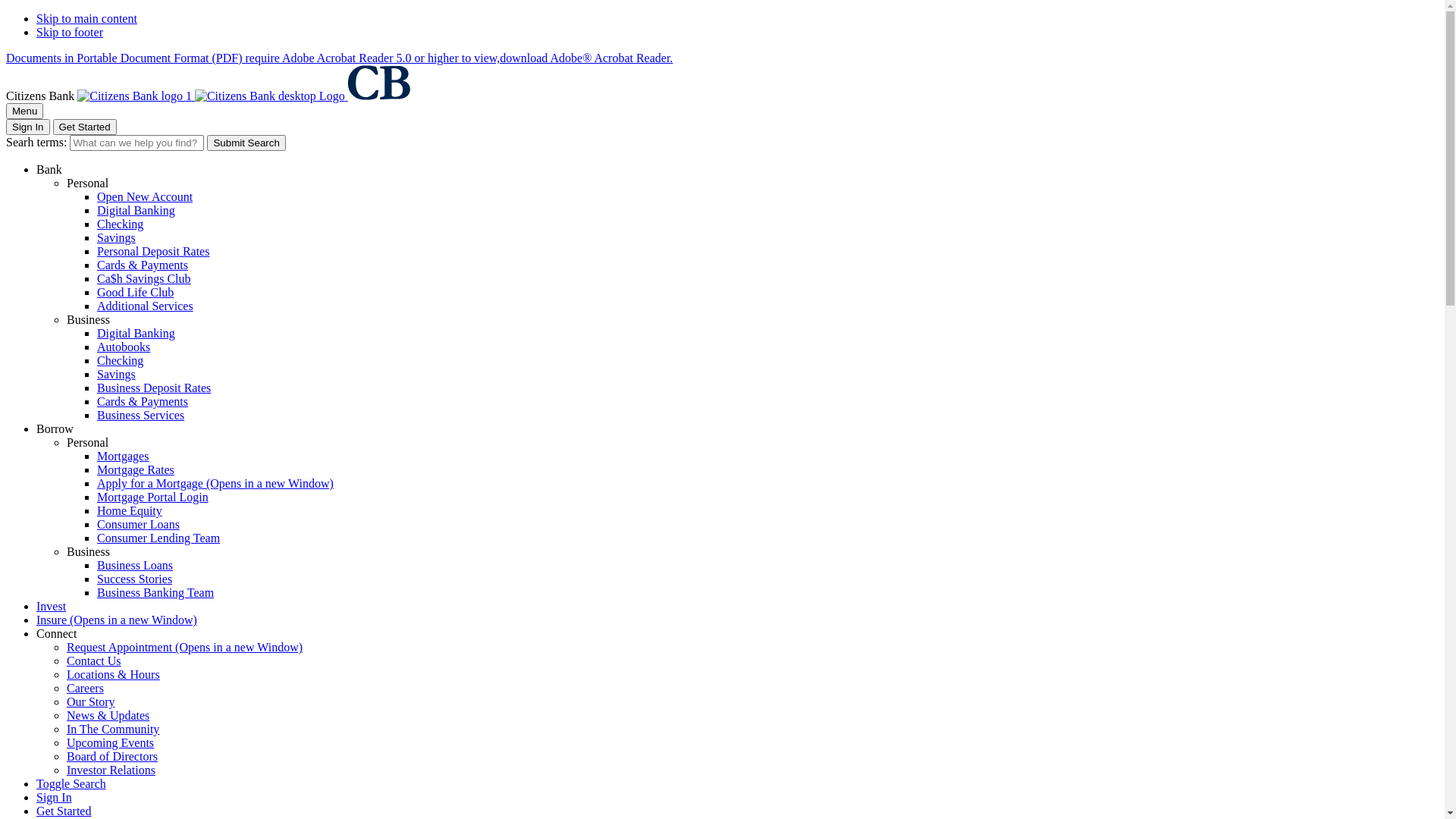  I want to click on 'Business Services', so click(140, 415).